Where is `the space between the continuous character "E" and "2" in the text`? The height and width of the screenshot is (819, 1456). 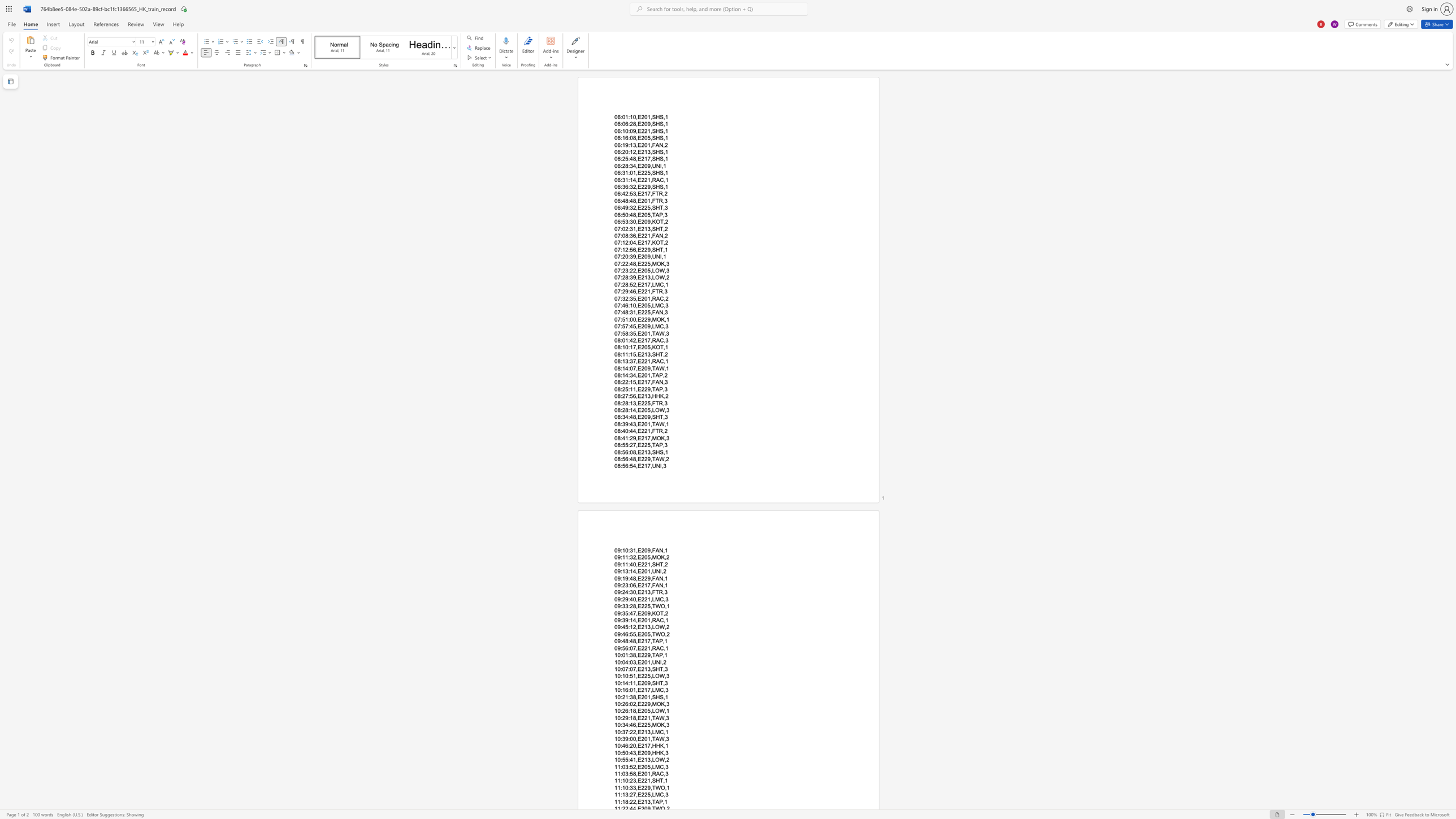
the space between the continuous character "E" and "2" in the text is located at coordinates (640, 549).